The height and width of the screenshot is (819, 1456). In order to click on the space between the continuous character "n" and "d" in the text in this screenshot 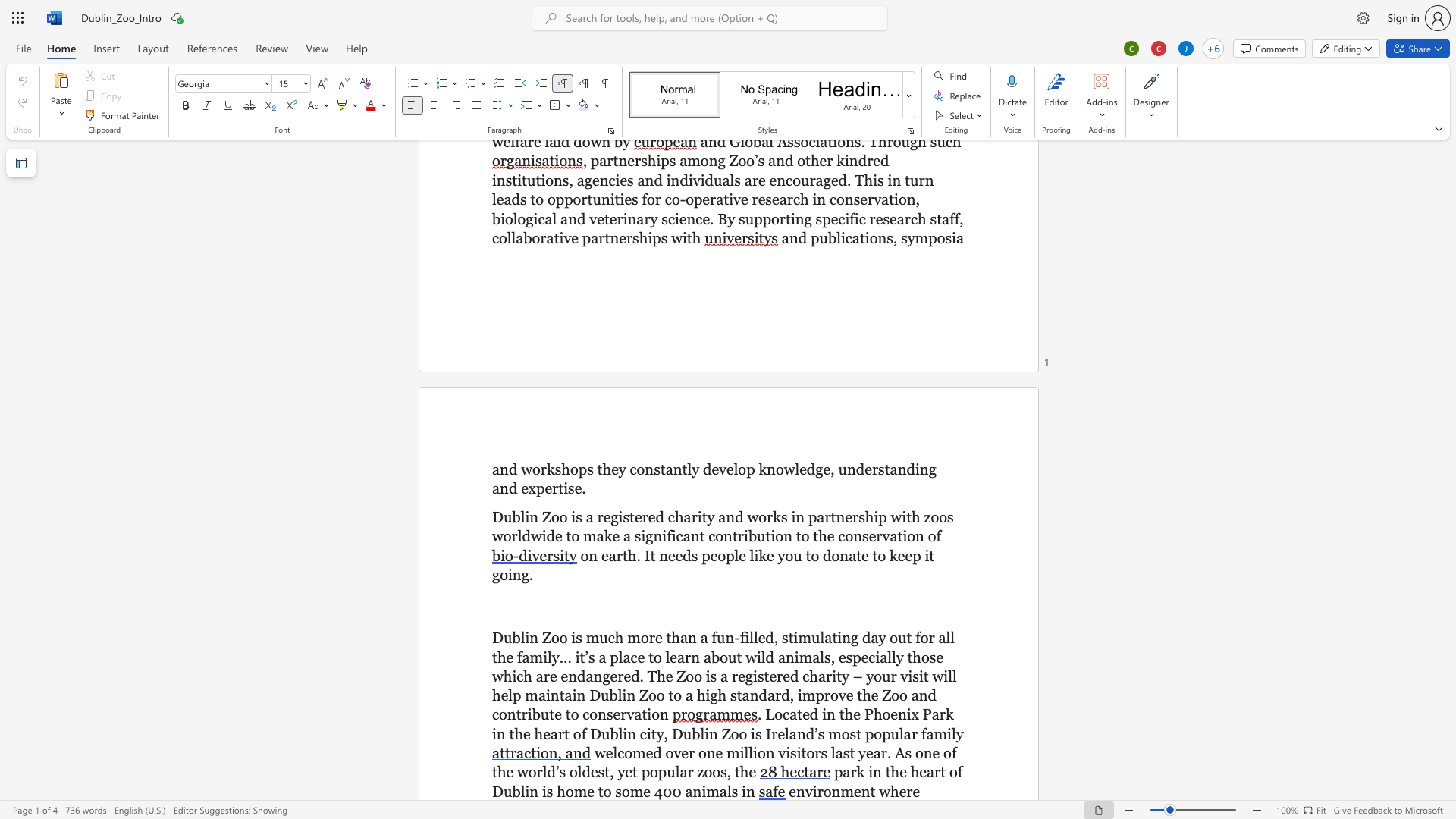, I will do `click(508, 468)`.